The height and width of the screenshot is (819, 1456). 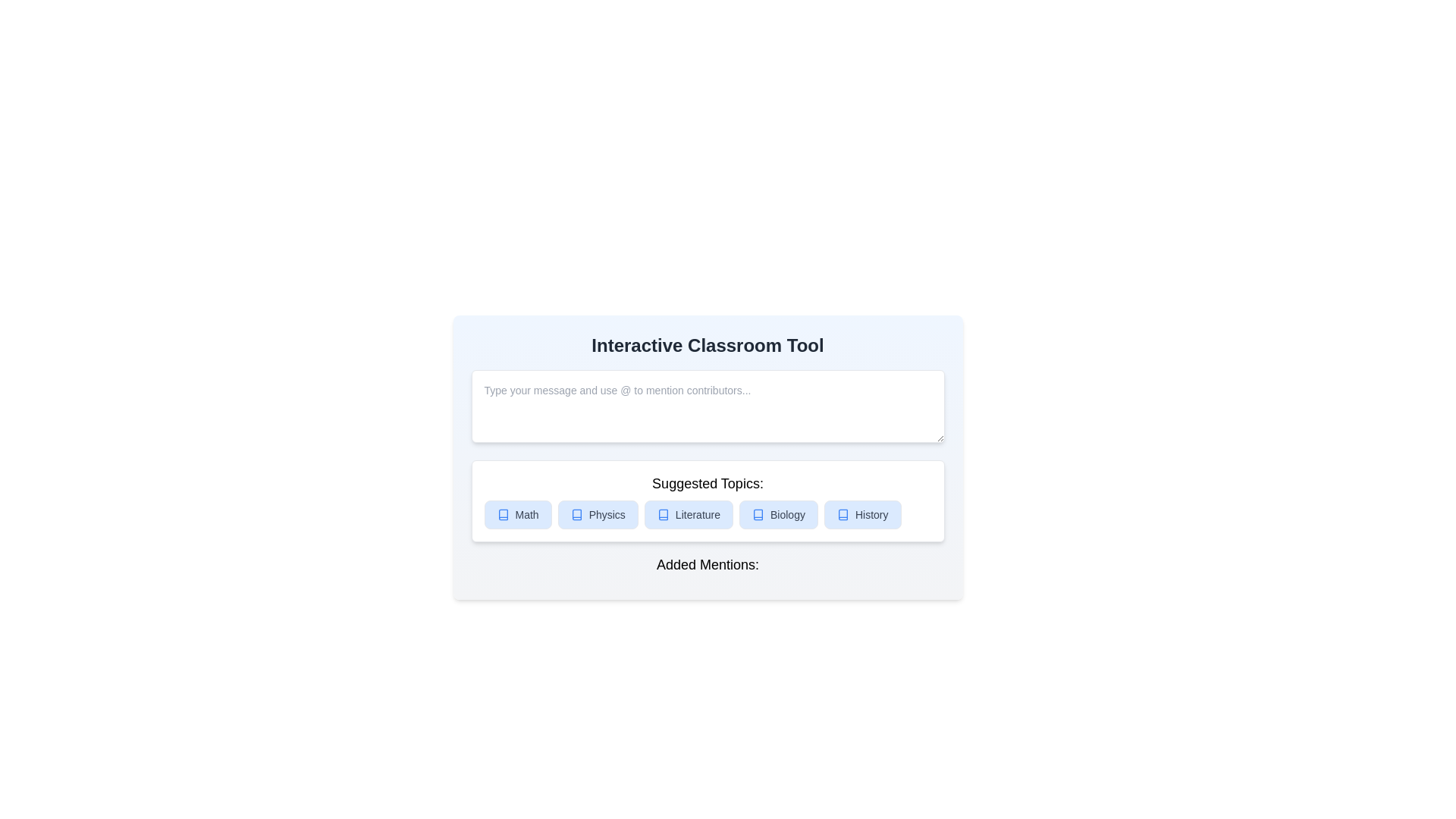 I want to click on the Text Heading element that serves as a title or header for the section, positioned above a text input field, so click(x=707, y=345).